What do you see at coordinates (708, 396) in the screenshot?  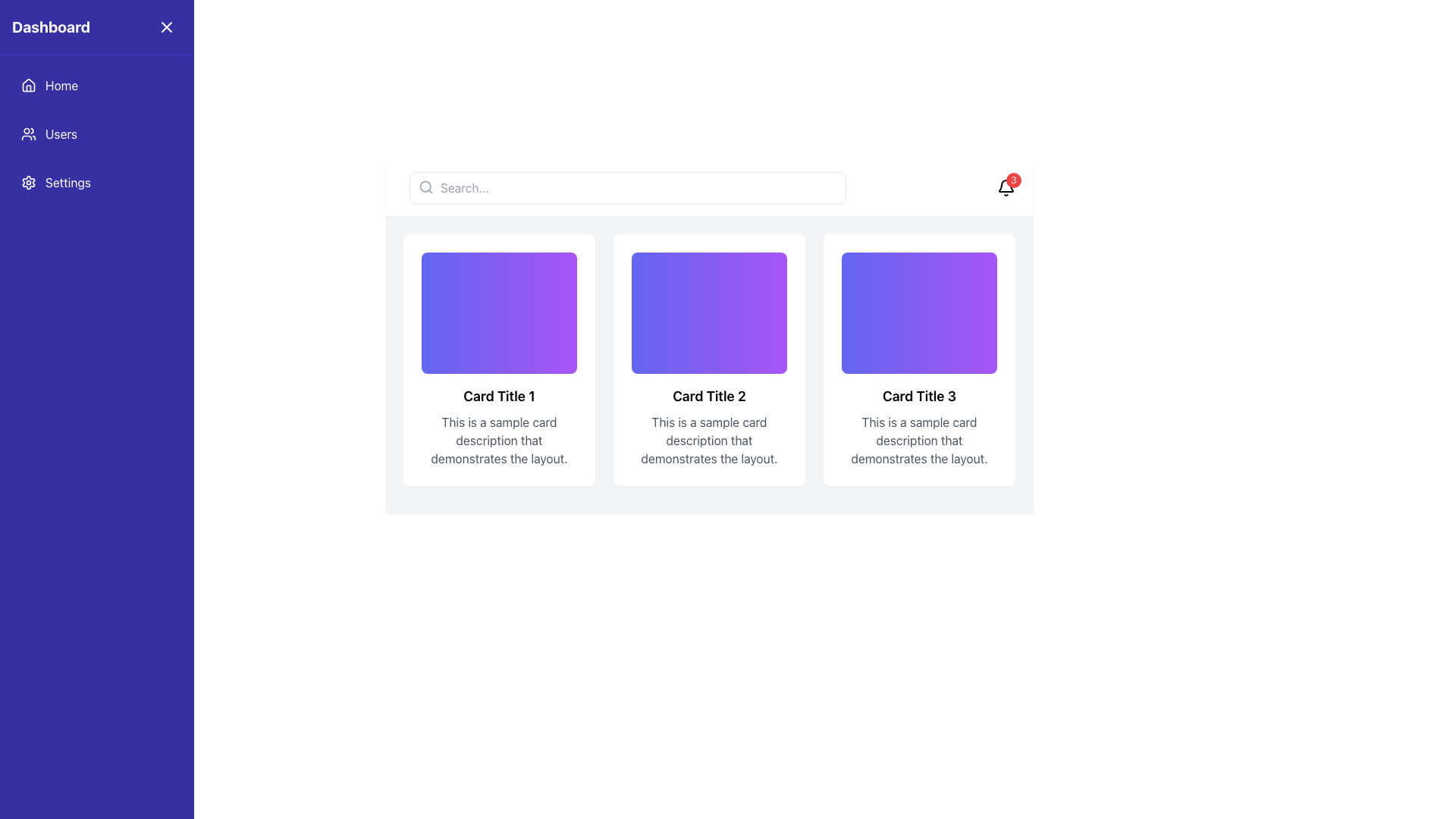 I see `the 'Card Title 2' text label, which is displayed in a bold, large font within the center card of three cards, positioned beneath a gradient rectangle` at bounding box center [708, 396].